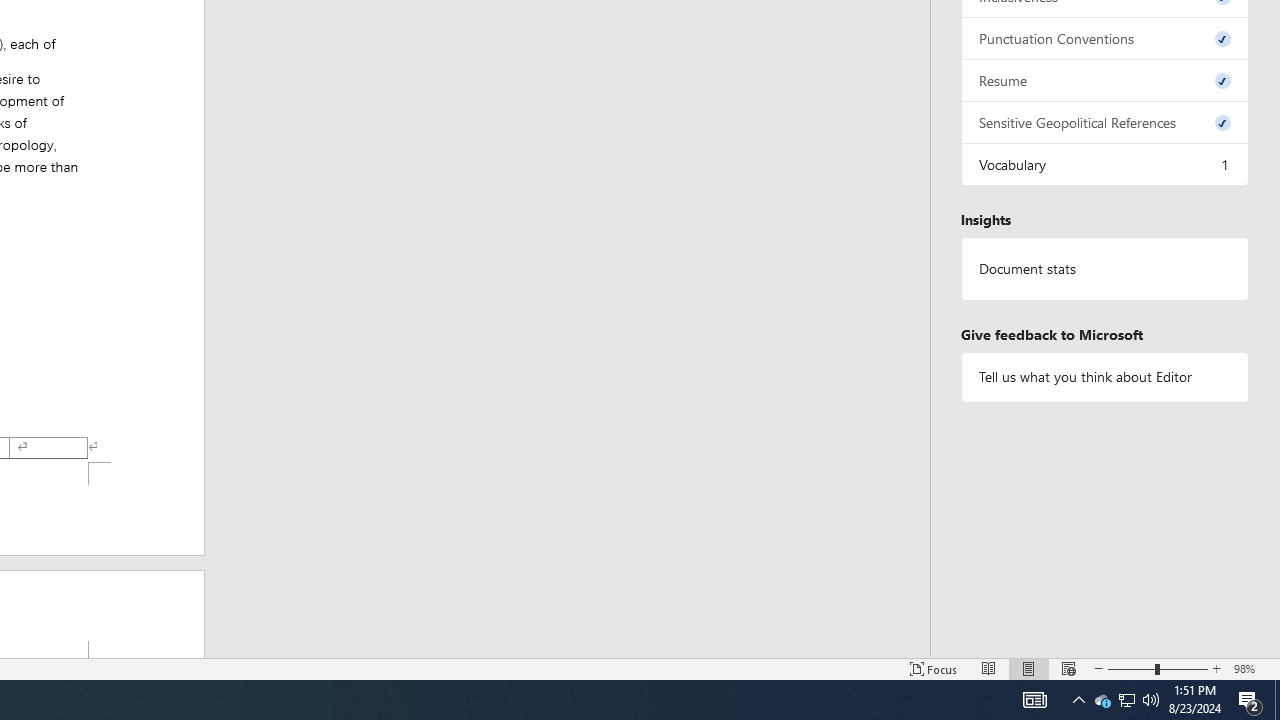 The image size is (1280, 720). I want to click on 'Tell us what you think about Editor', so click(1104, 377).